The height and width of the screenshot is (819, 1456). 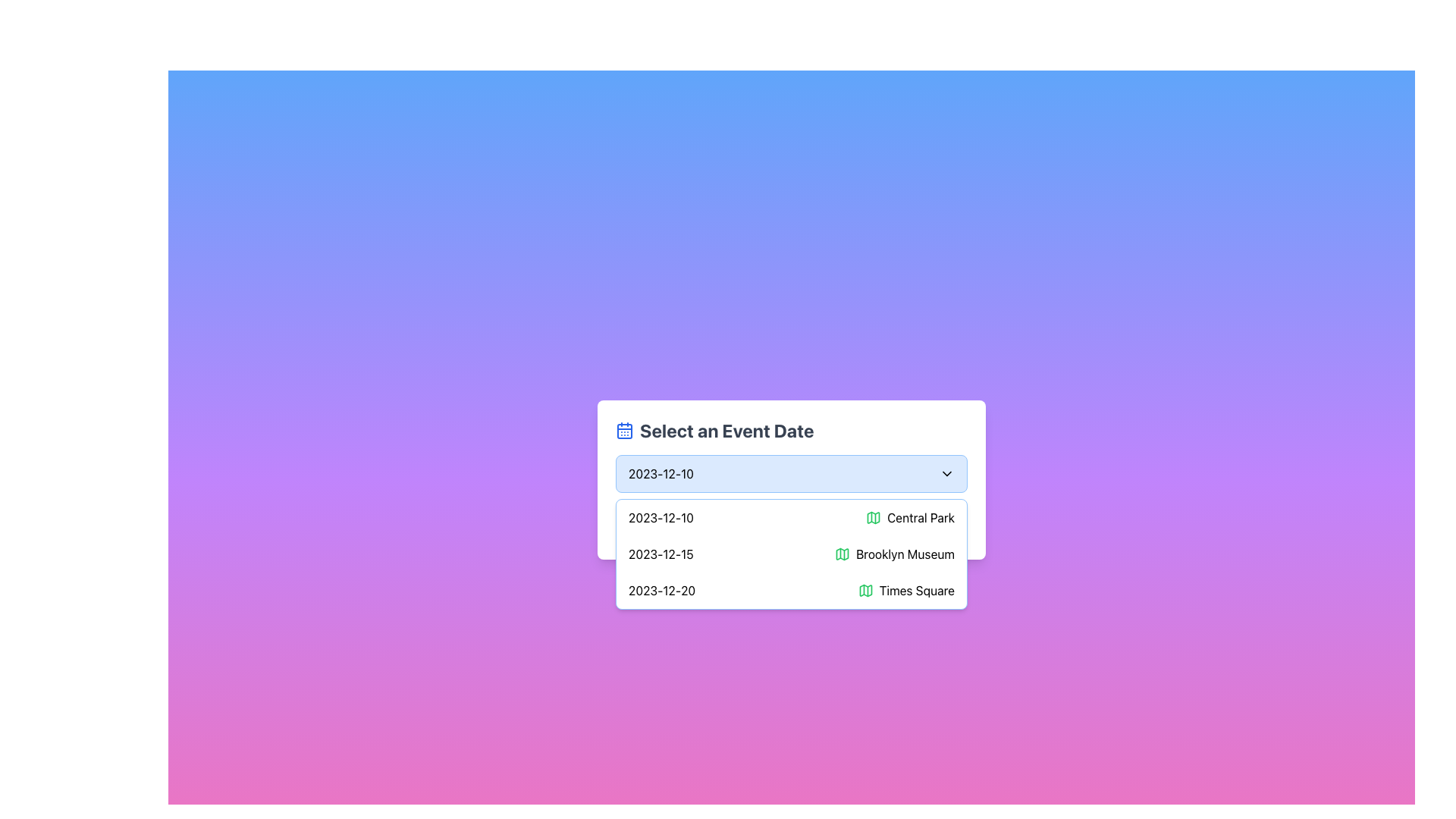 I want to click on the map-shaped green icon located to the left of the 'Central Park' label in the event selection dropdown, so click(x=874, y=516).